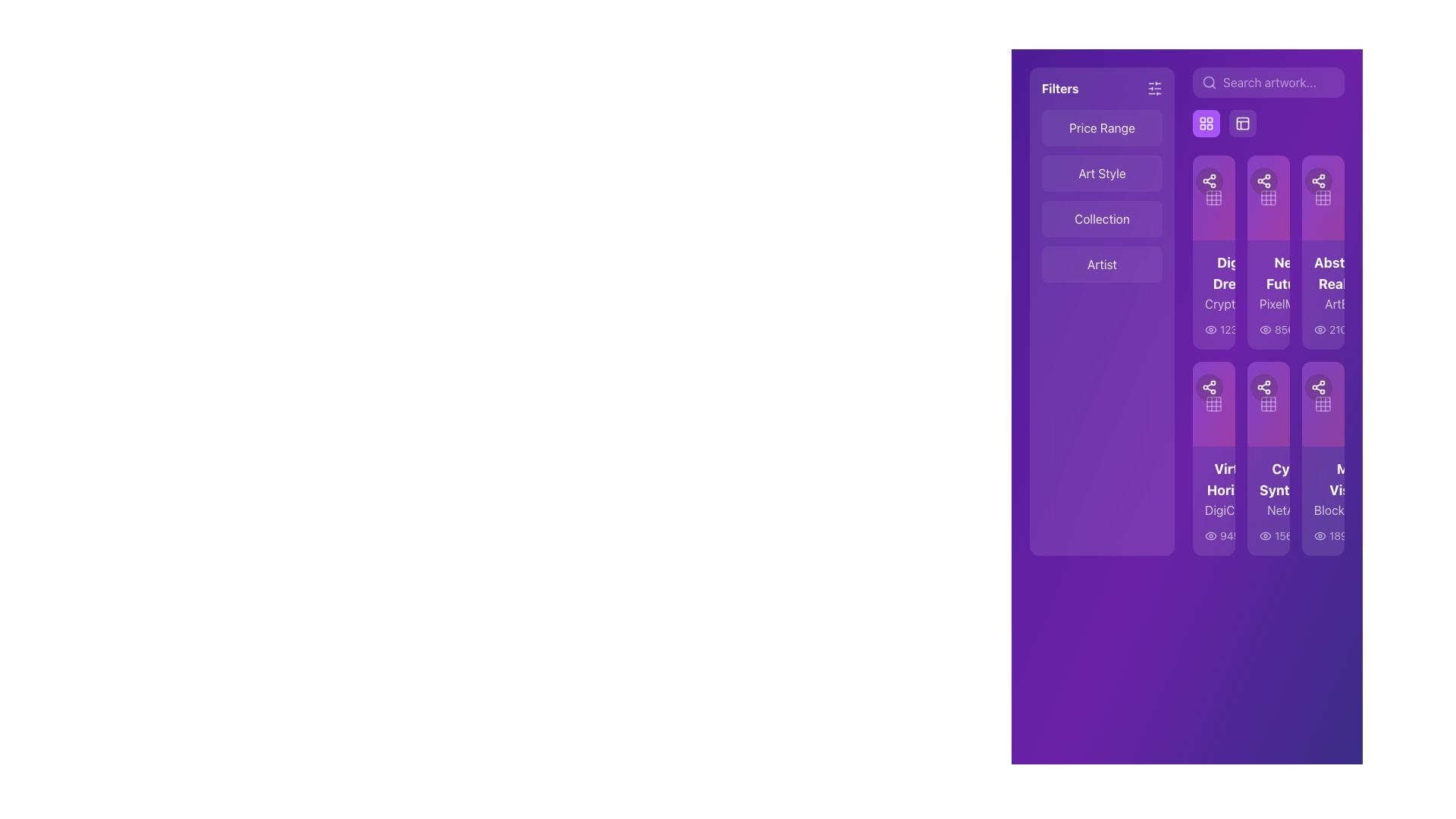 This screenshot has height=819, width=1456. I want to click on the circular share icon button located at the top-right corner of the card, which features three small connected circles in a triangular shape on a rounded black background, so click(1317, 386).